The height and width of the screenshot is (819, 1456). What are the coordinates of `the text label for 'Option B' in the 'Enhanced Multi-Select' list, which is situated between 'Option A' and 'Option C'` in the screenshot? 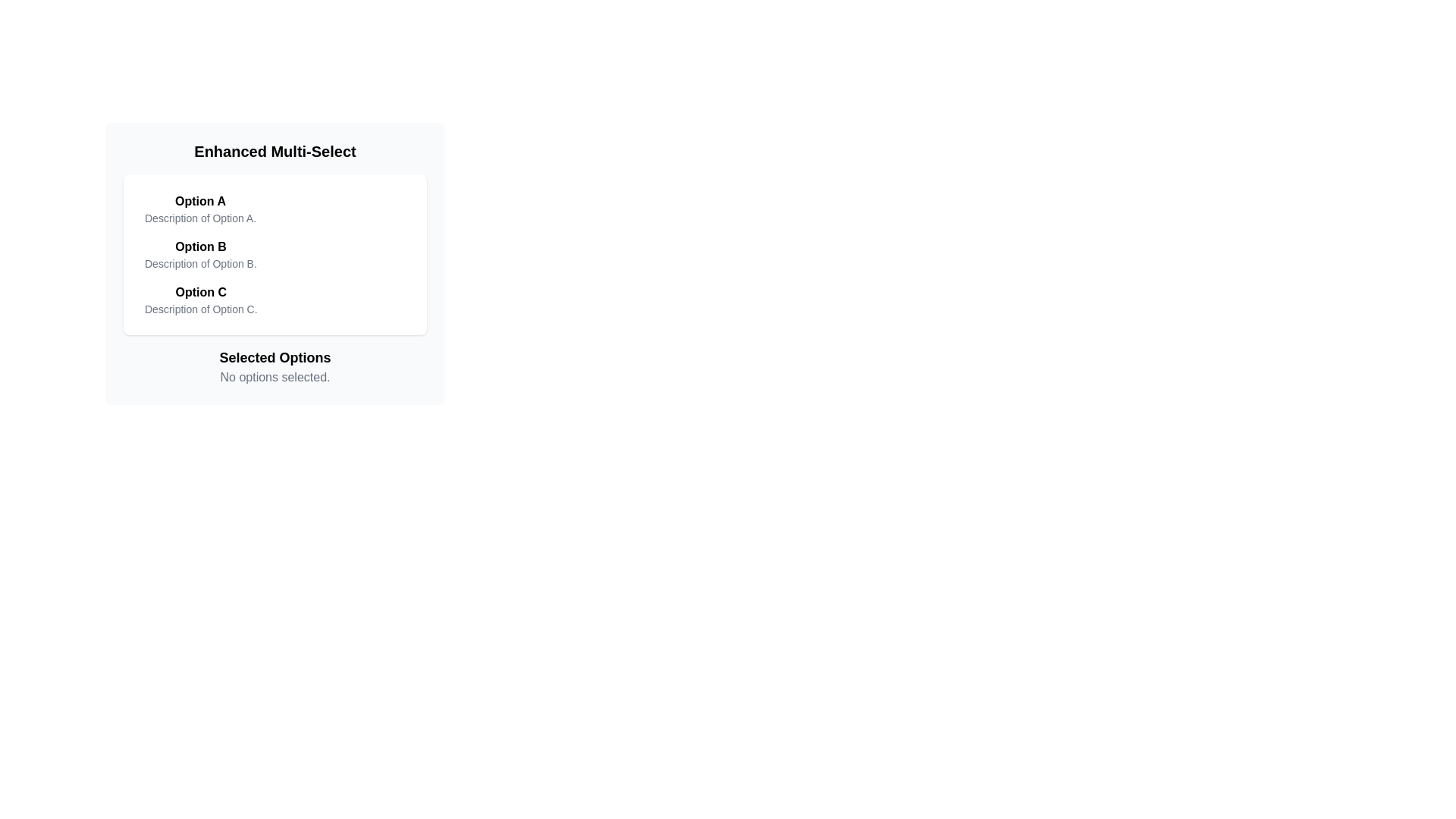 It's located at (199, 246).